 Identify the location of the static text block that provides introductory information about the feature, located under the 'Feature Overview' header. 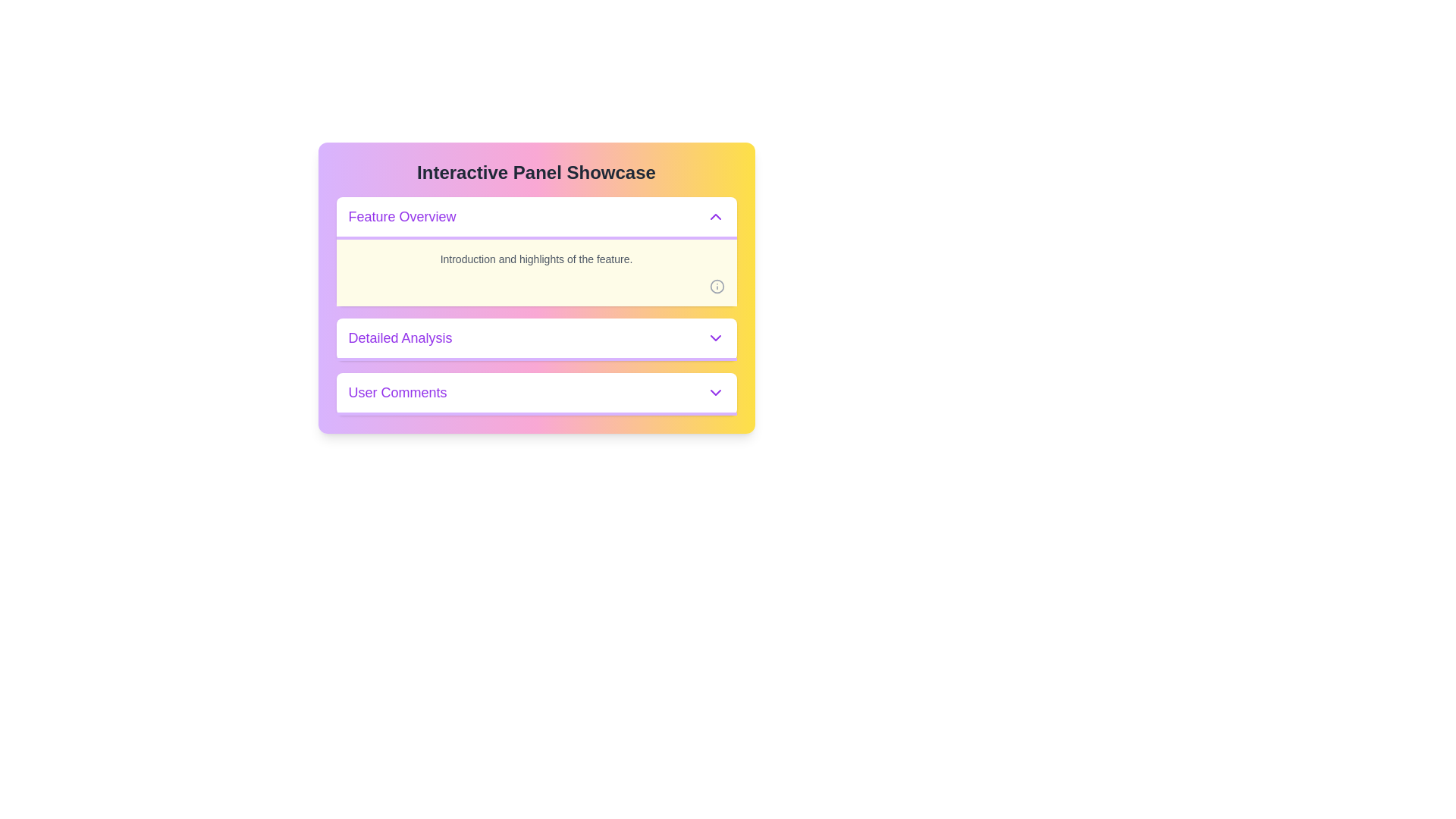
(536, 271).